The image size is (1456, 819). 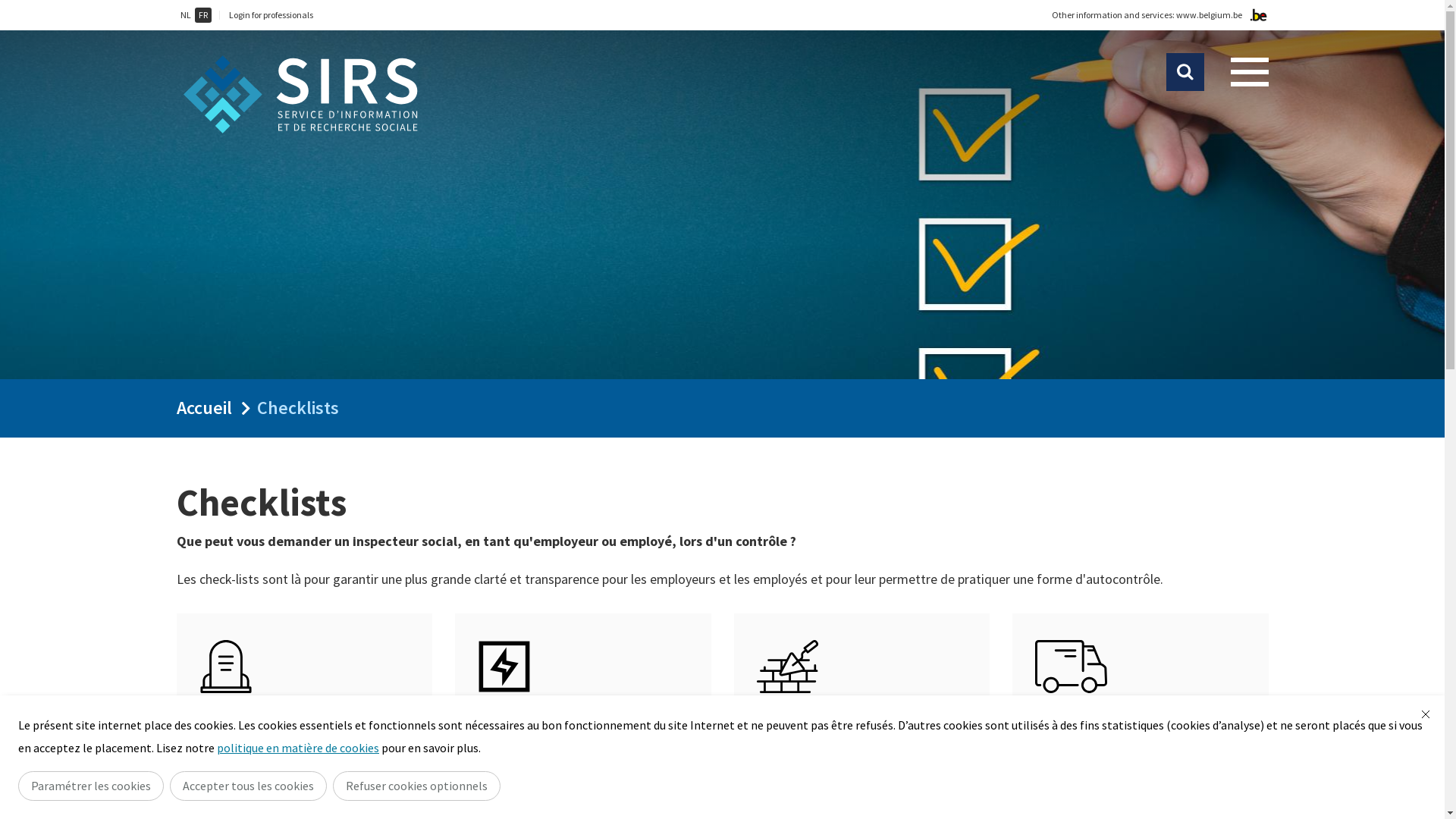 I want to click on 'Fermer', so click(x=1425, y=714).